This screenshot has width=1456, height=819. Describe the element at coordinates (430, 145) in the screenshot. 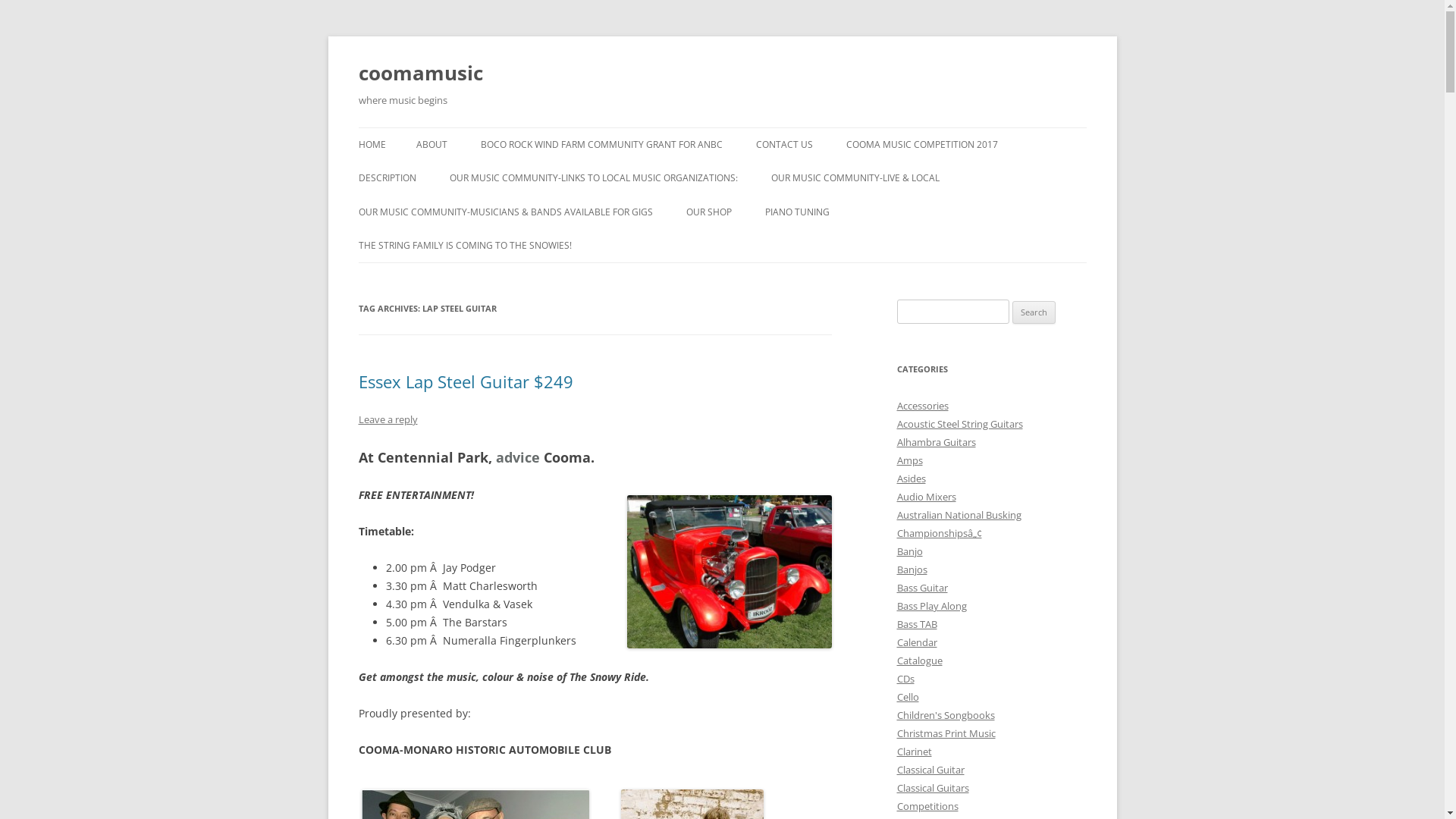

I see `'ABOUT'` at that location.